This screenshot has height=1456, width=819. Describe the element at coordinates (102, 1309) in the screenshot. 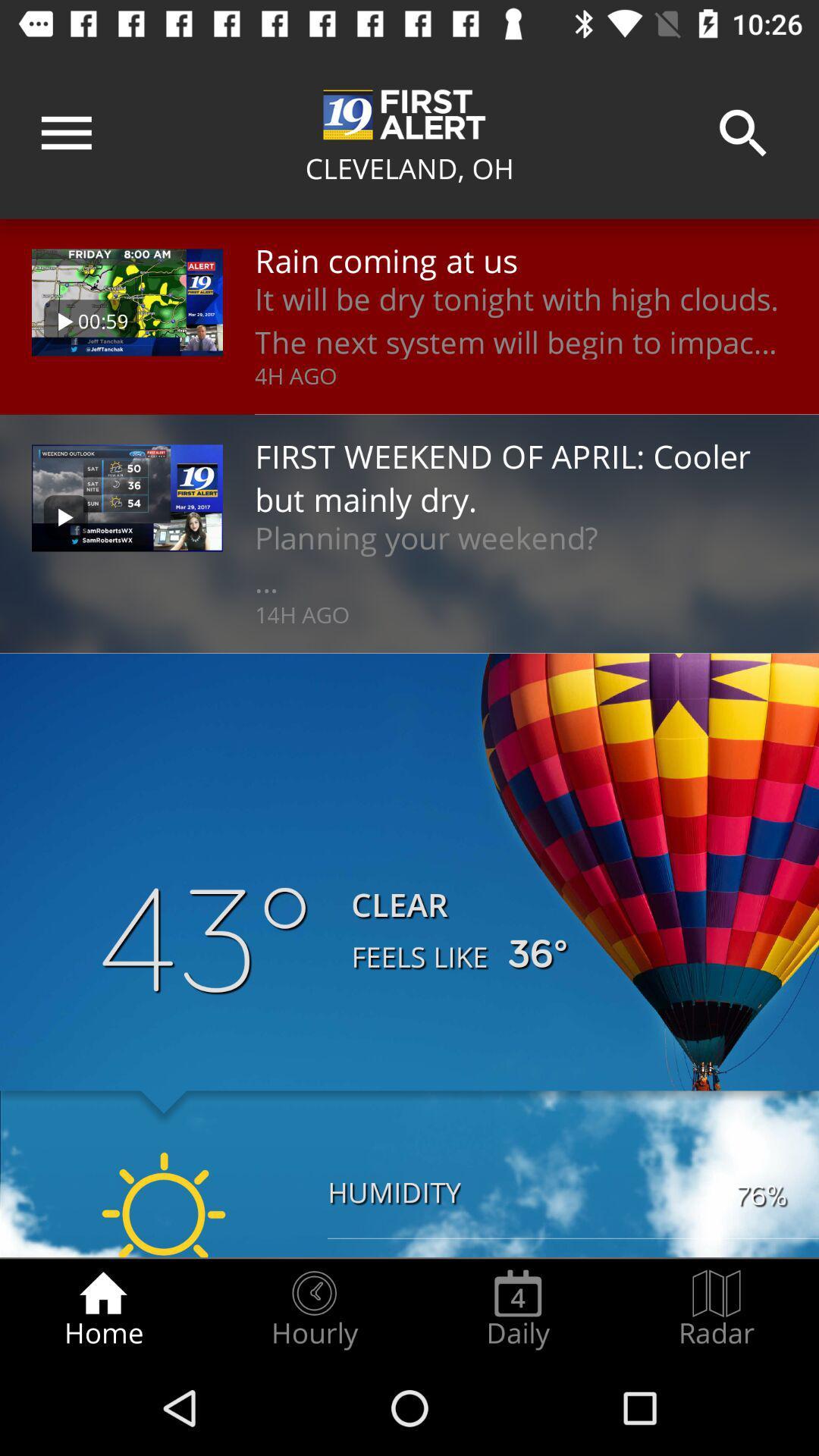

I see `the home item` at that location.